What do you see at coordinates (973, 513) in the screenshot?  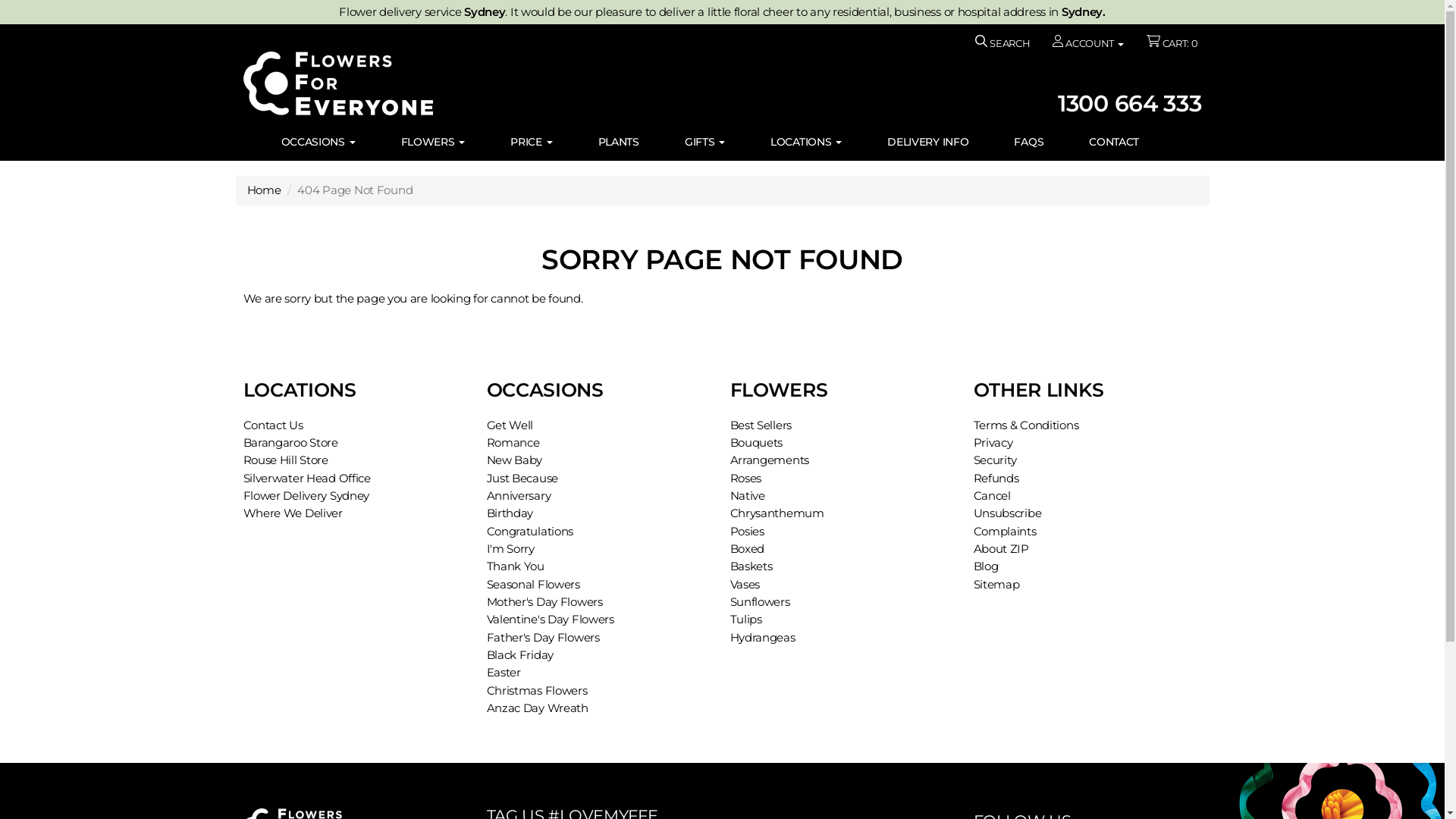 I see `'Unsubscribe'` at bounding box center [973, 513].